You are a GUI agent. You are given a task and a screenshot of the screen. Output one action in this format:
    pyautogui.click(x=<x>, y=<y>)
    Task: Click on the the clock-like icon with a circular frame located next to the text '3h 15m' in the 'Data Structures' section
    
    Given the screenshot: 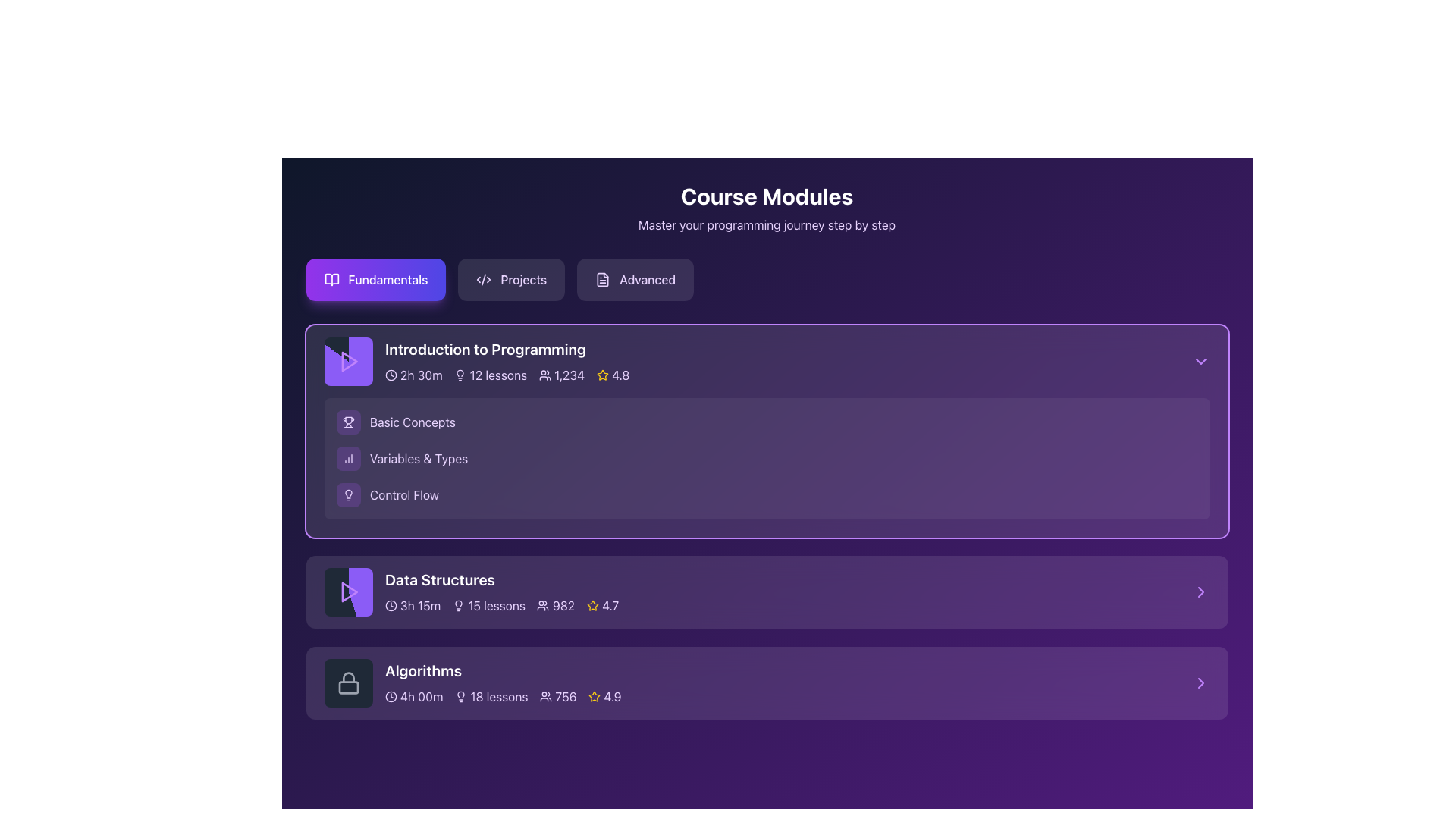 What is the action you would take?
    pyautogui.click(x=391, y=604)
    